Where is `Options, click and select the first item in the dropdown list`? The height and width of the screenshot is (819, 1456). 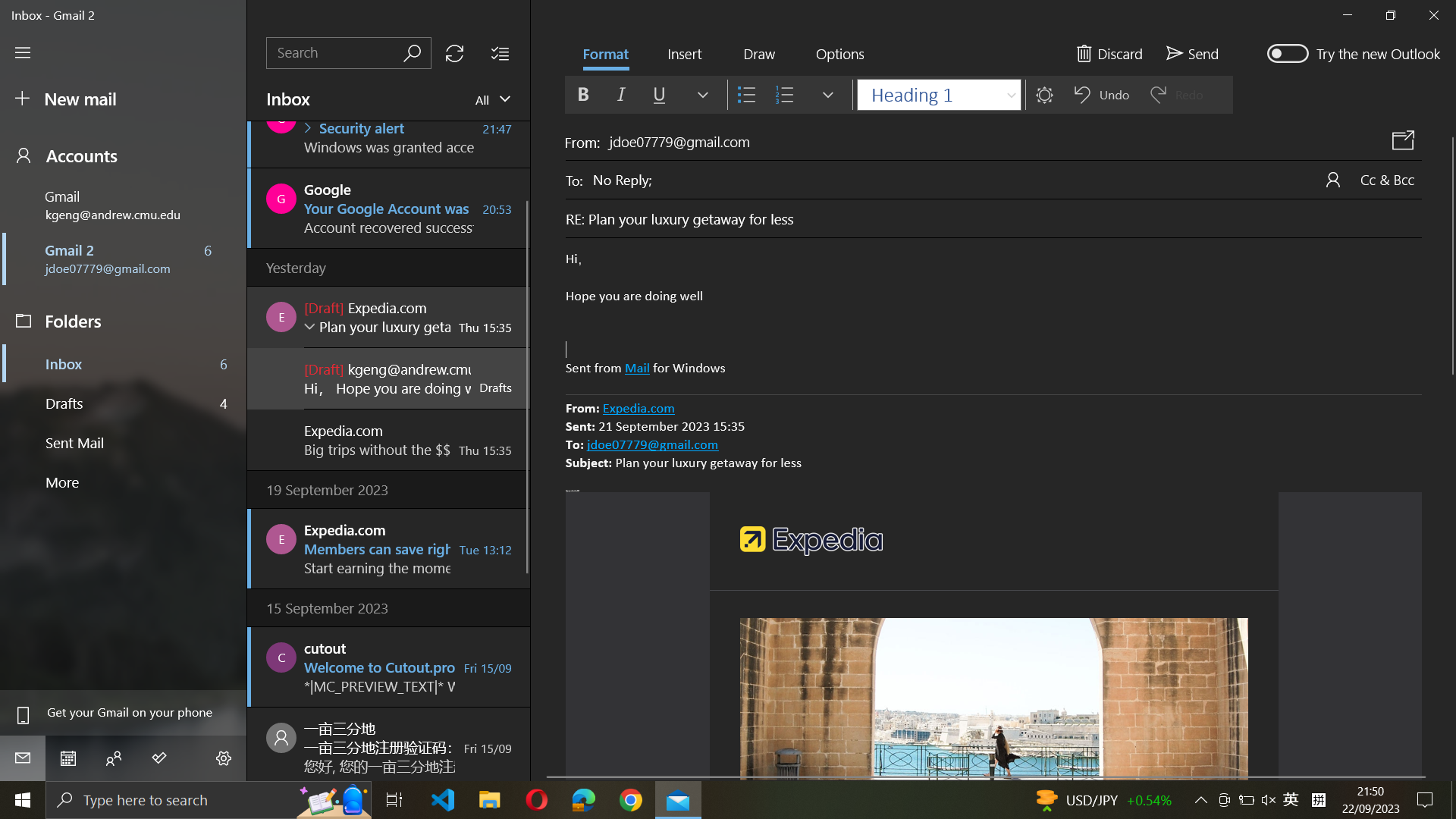
Options, click and select the first item in the dropdown list is located at coordinates (839, 54).